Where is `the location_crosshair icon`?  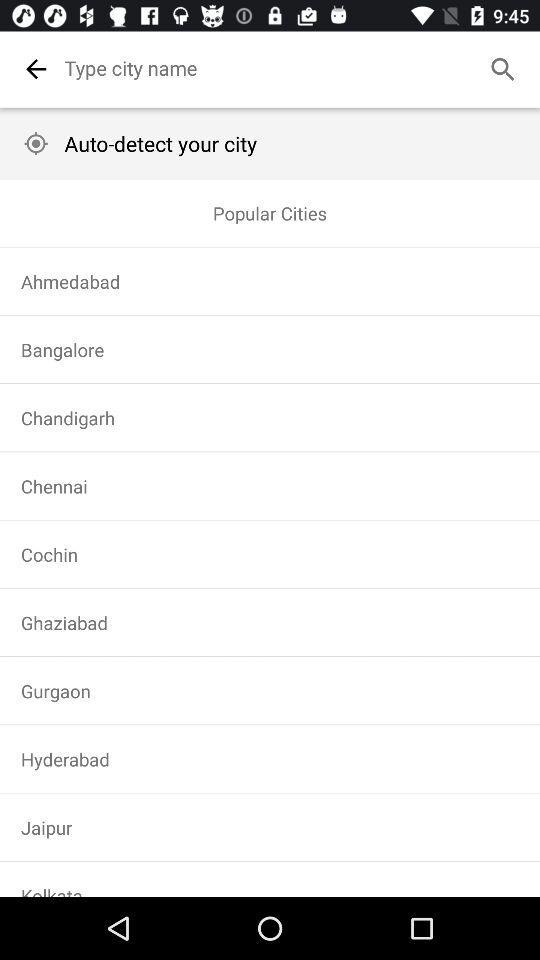 the location_crosshair icon is located at coordinates (36, 142).